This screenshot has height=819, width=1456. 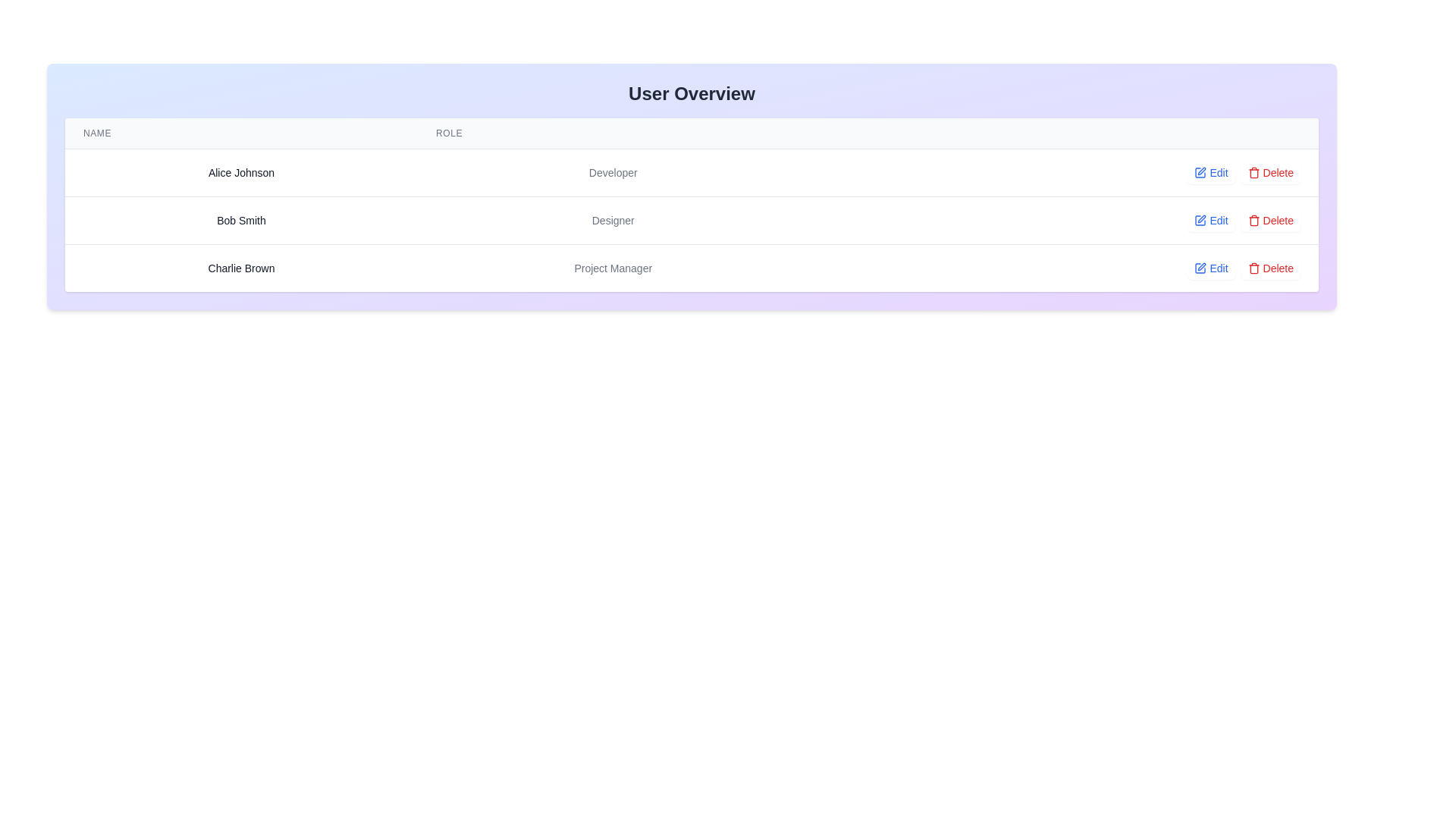 What do you see at coordinates (240, 171) in the screenshot?
I see `the text label displaying 'Alice Johnson' in the first row of the 'Name' column, styled in dark gray with a bold sans-serif font` at bounding box center [240, 171].